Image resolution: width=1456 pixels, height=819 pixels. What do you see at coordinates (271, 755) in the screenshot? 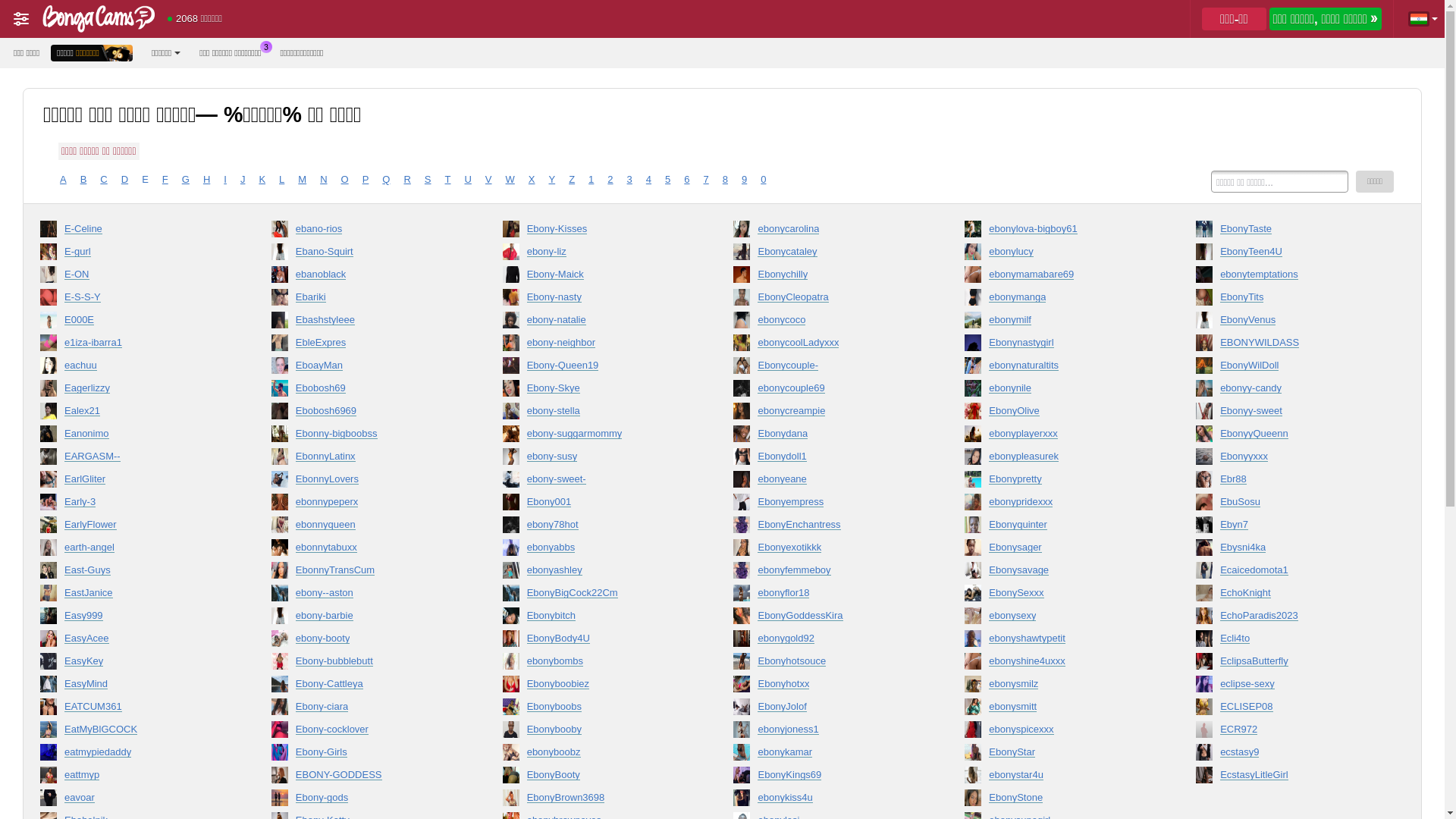
I see `'Ebony-Girls'` at bounding box center [271, 755].